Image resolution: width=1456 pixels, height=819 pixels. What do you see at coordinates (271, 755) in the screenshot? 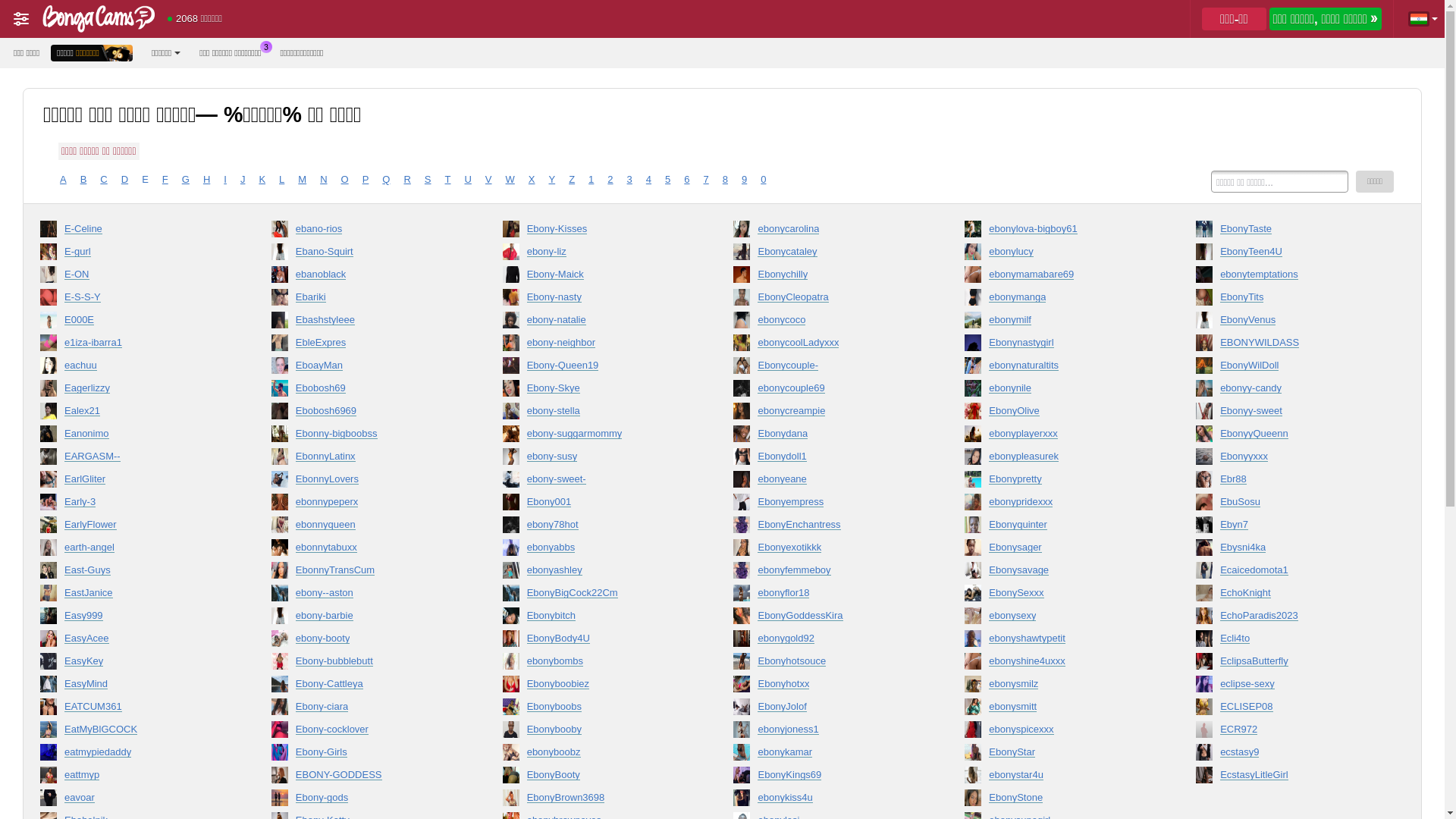
I see `'Ebony-Girls'` at bounding box center [271, 755].